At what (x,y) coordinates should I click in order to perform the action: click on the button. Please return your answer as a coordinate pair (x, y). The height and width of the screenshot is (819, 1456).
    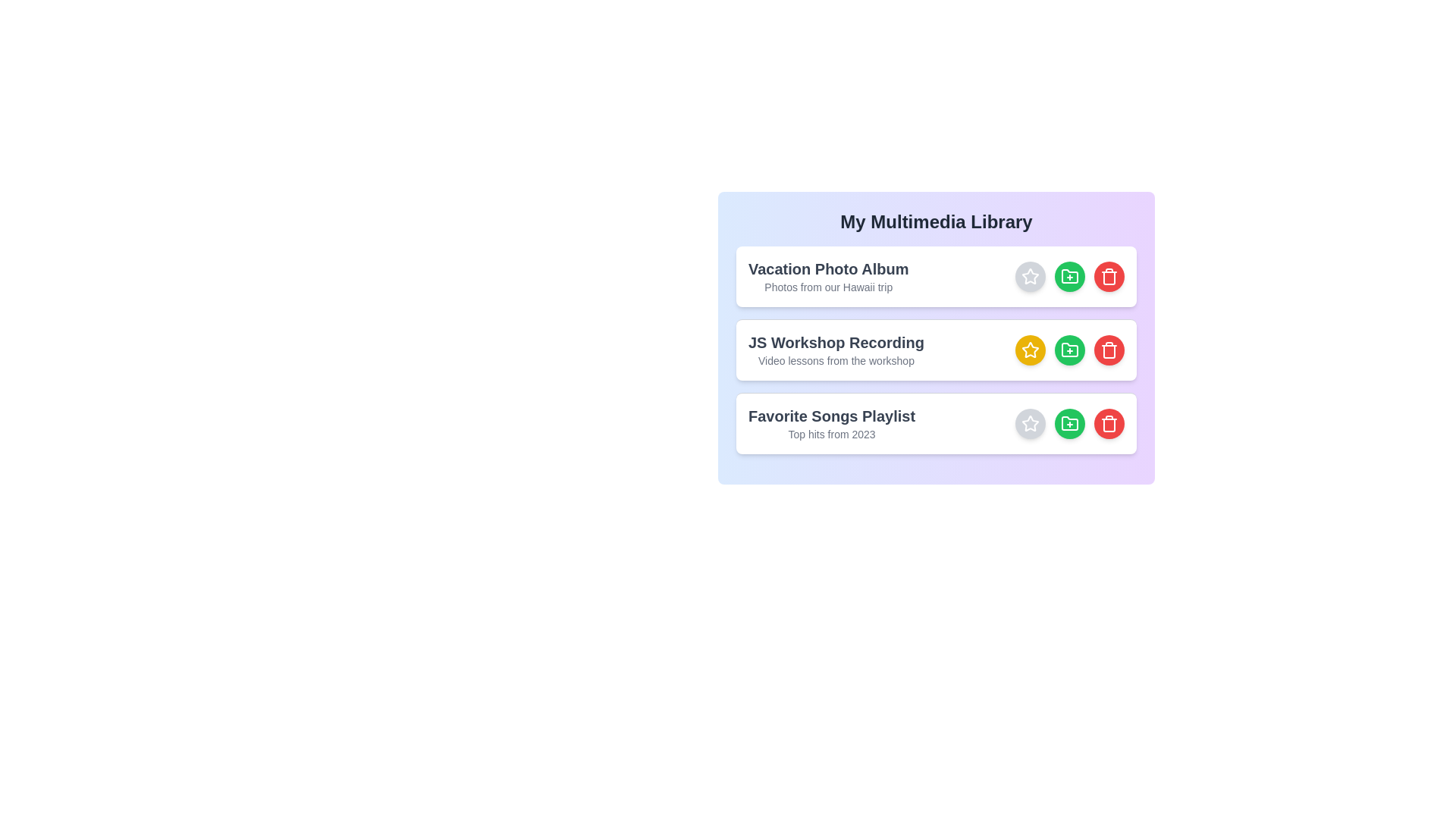
    Looking at the image, I should click on (1069, 350).